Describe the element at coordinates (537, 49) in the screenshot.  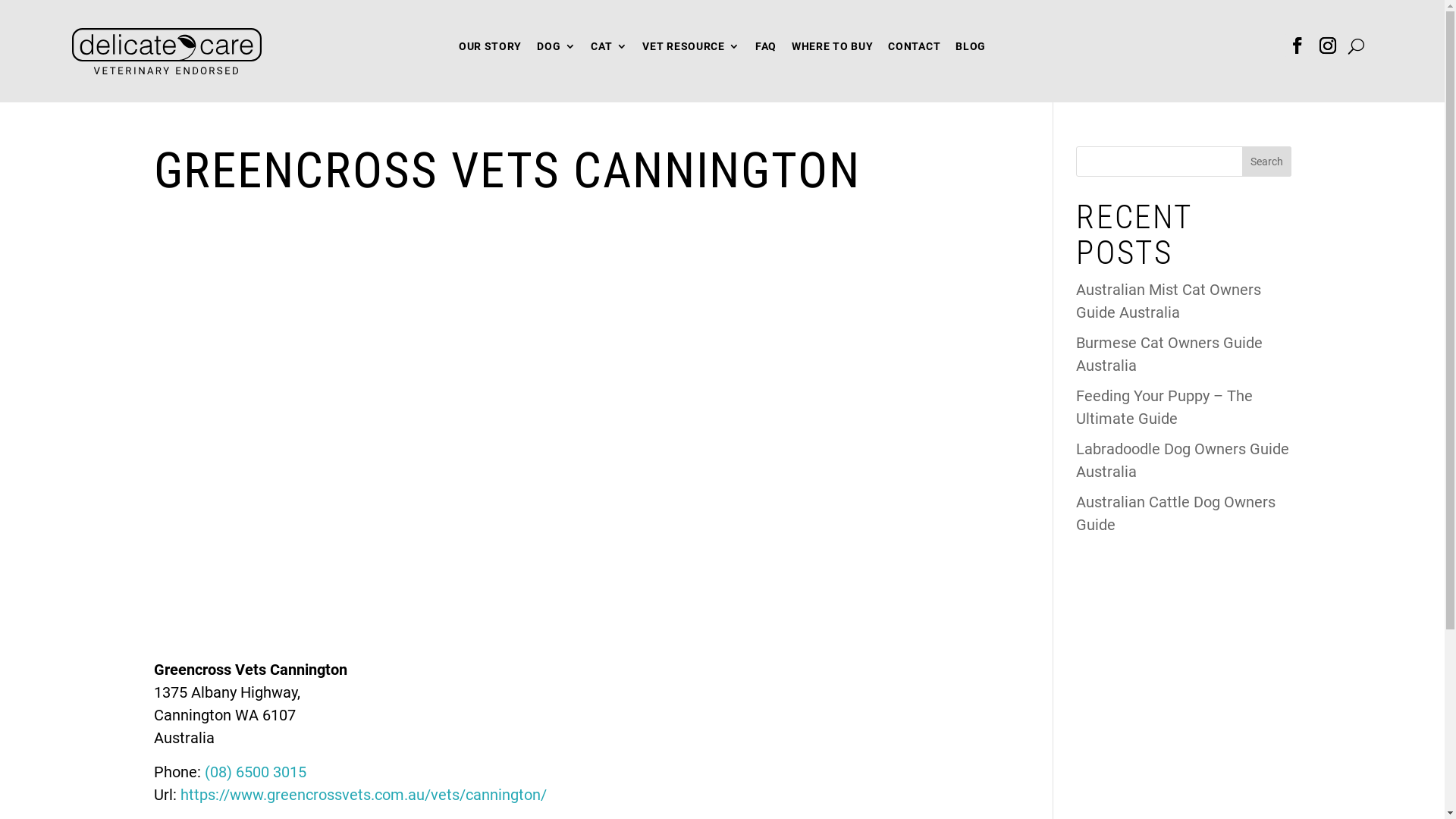
I see `'DOG'` at that location.